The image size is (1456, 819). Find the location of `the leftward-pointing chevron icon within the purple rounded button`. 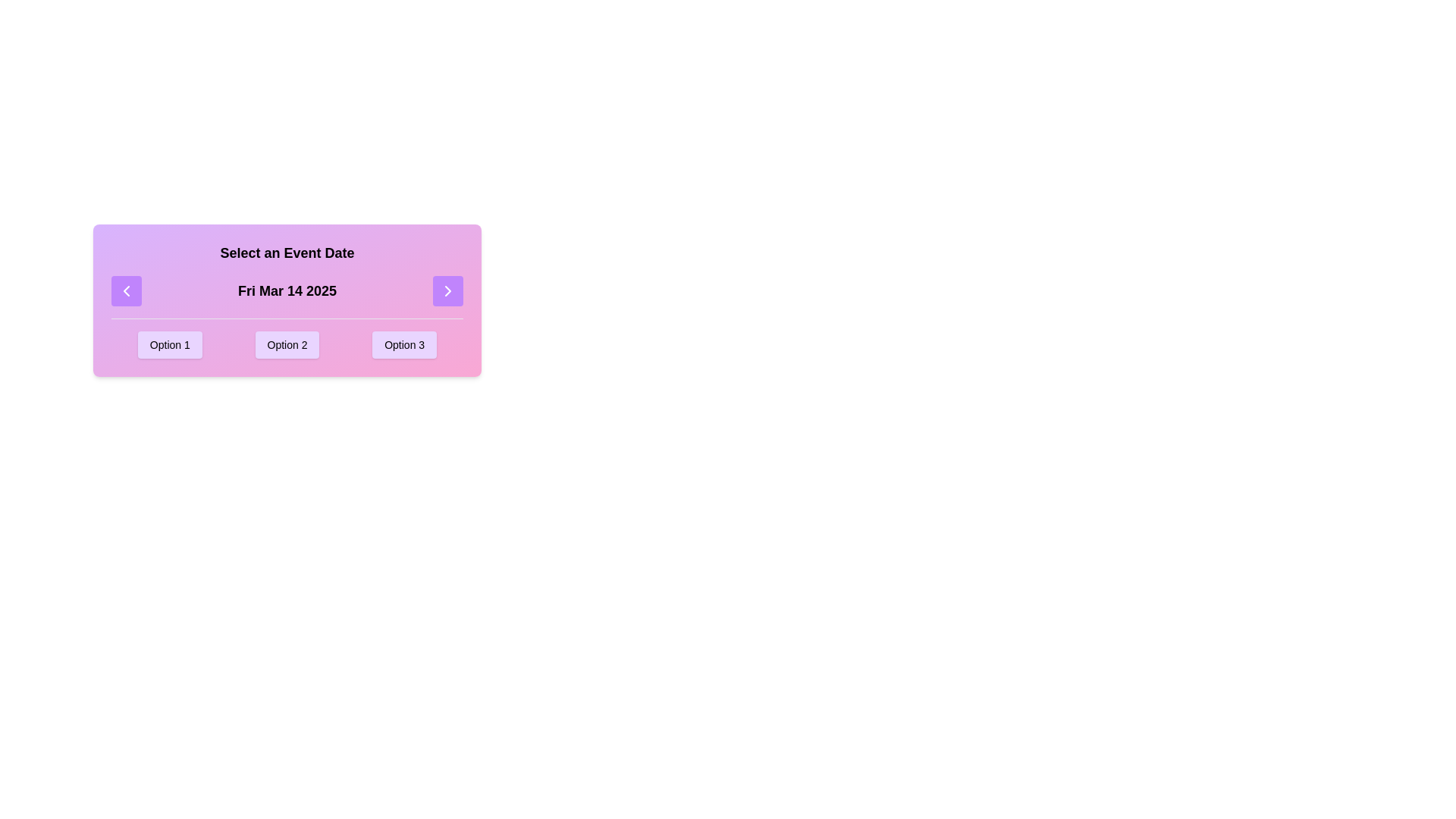

the leftward-pointing chevron icon within the purple rounded button is located at coordinates (127, 291).